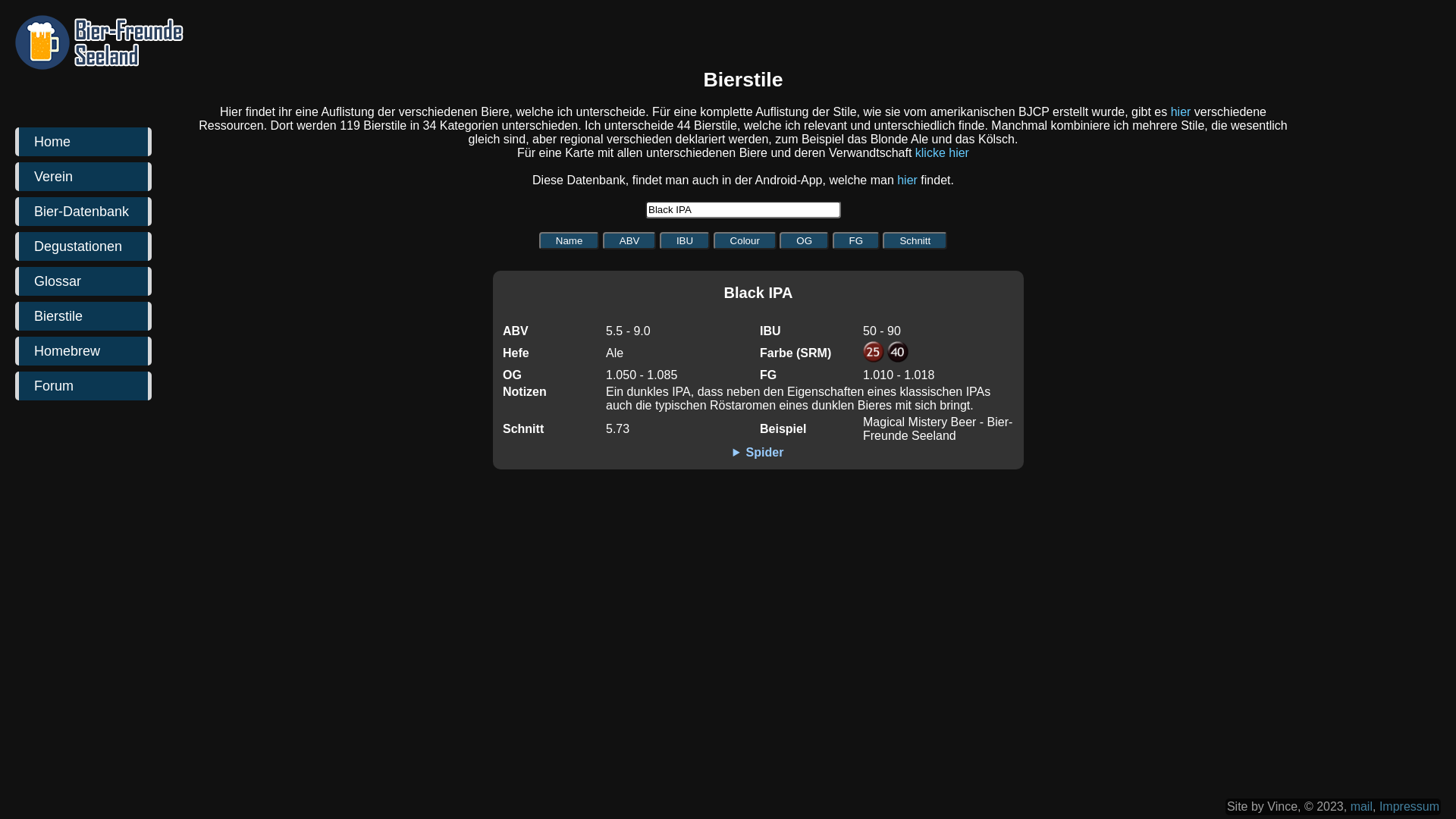 The width and height of the screenshot is (1456, 819). What do you see at coordinates (683, 240) in the screenshot?
I see `'IBU'` at bounding box center [683, 240].